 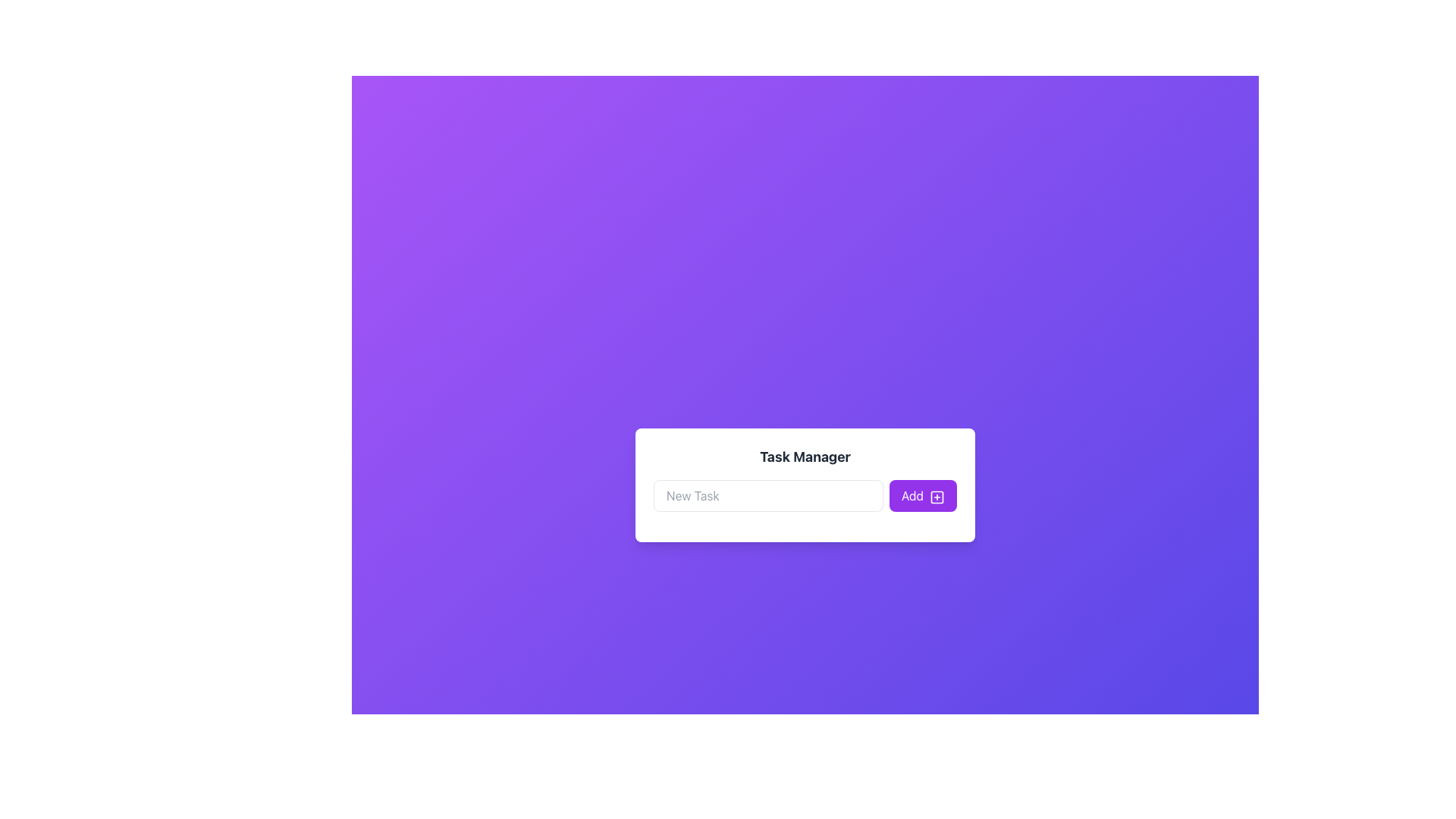 What do you see at coordinates (922, 496) in the screenshot?
I see `the button located on the right-hand side of the input field labeled 'New Task'` at bounding box center [922, 496].